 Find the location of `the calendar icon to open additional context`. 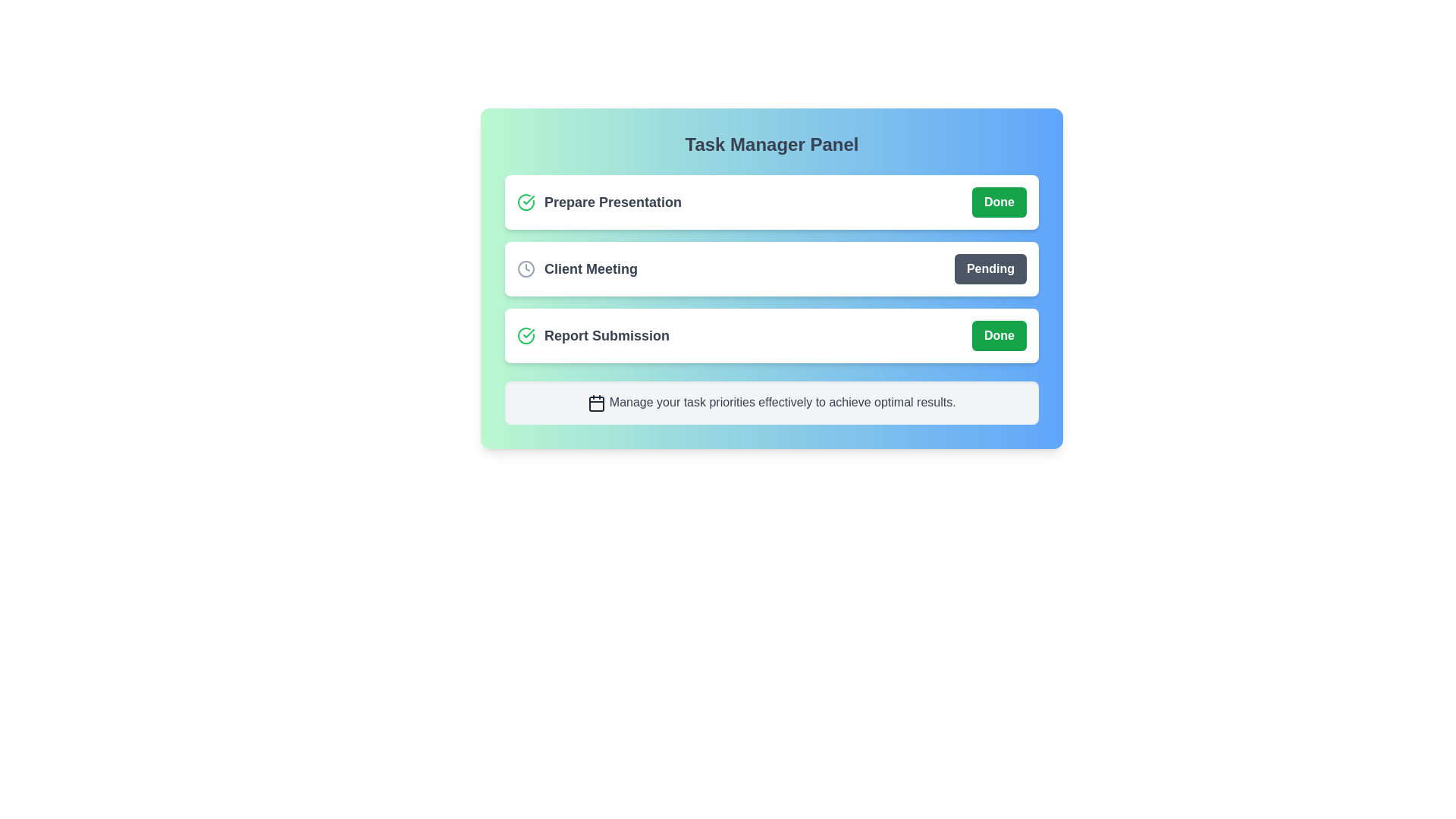

the calendar icon to open additional context is located at coordinates (596, 402).